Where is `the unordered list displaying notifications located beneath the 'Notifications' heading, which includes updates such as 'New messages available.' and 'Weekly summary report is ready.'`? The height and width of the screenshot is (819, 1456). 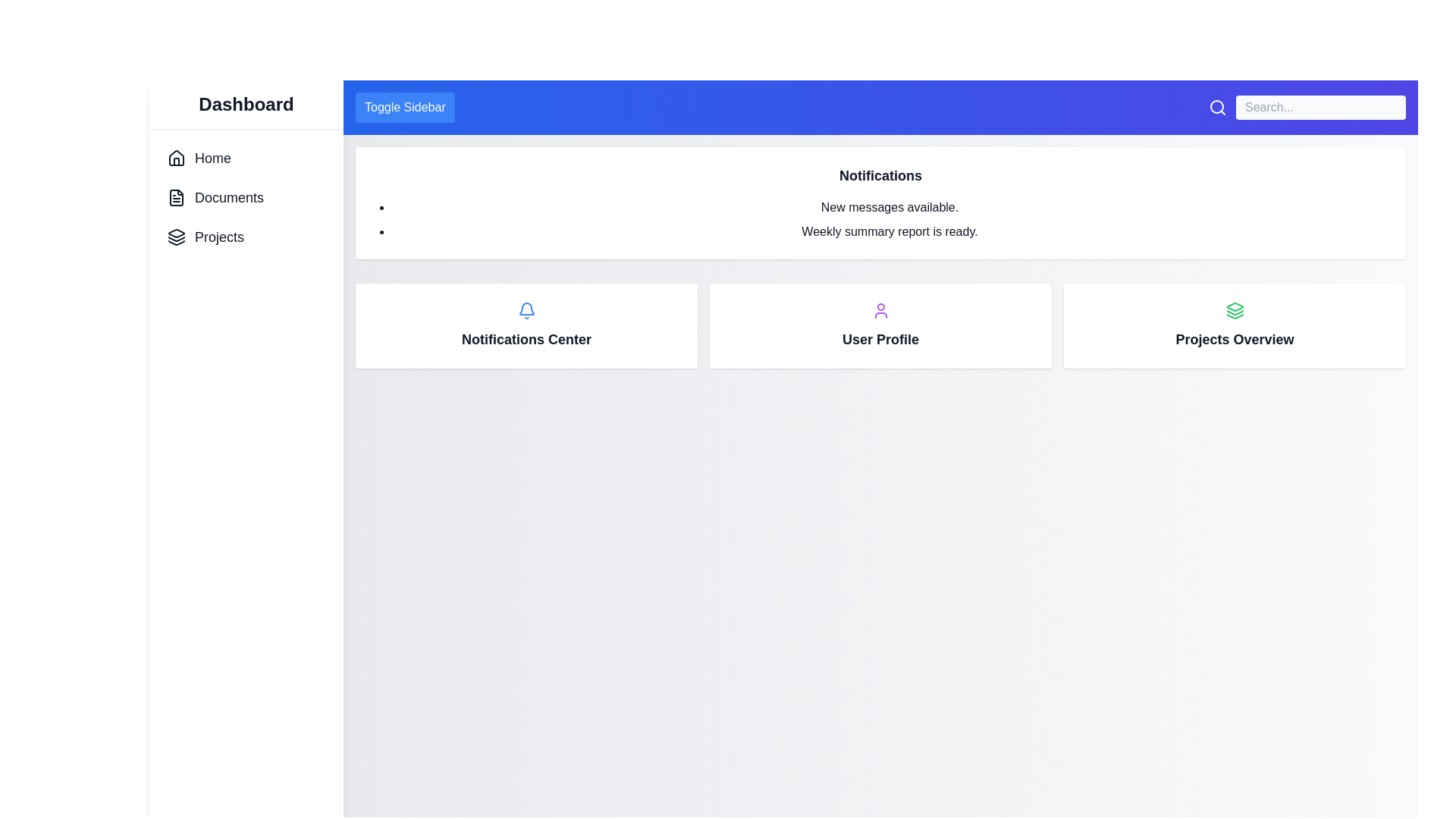
the unordered list displaying notifications located beneath the 'Notifications' heading, which includes updates such as 'New messages available.' and 'Weekly summary report is ready.' is located at coordinates (880, 219).